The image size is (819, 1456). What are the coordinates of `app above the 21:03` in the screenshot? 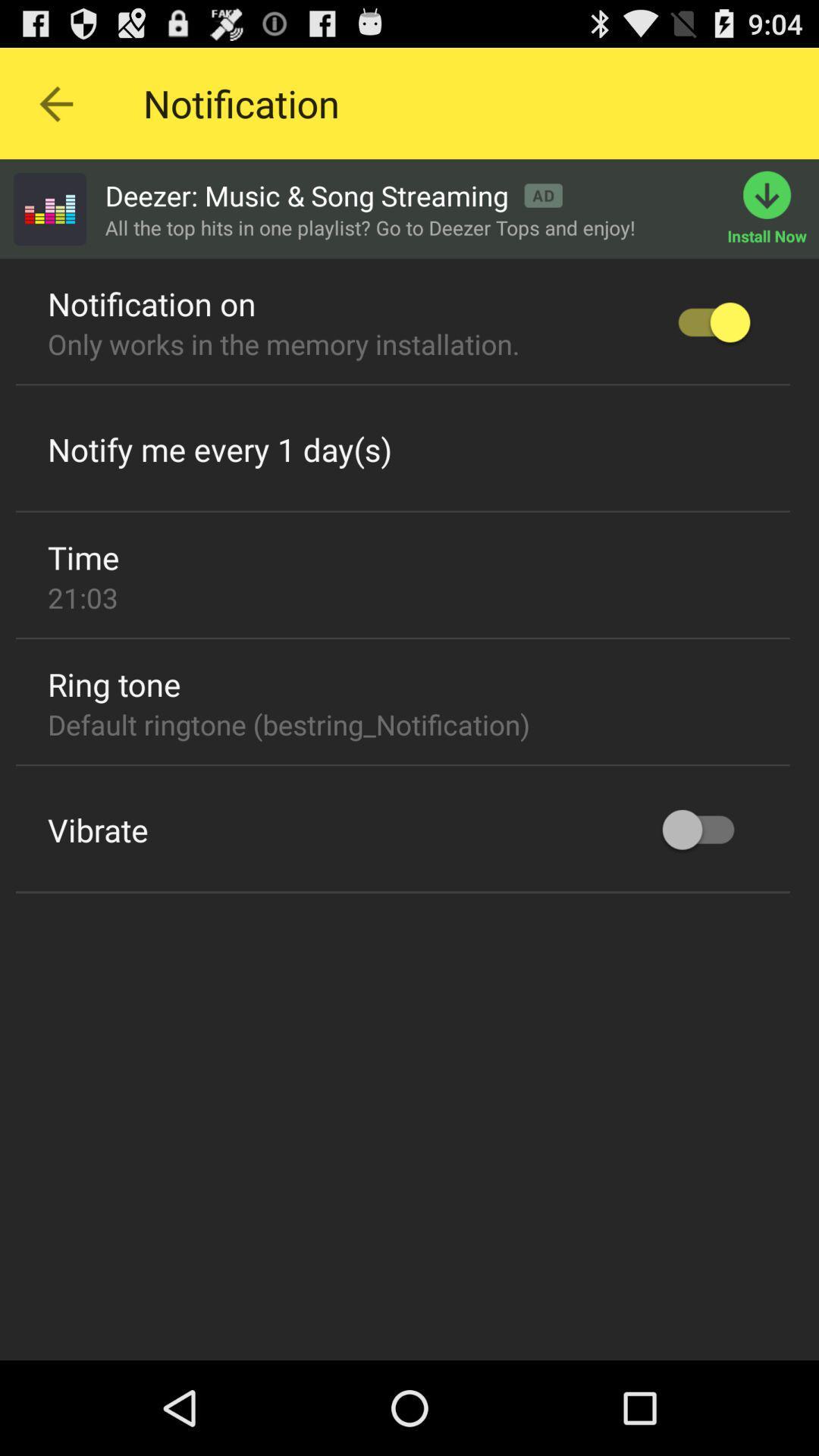 It's located at (83, 556).